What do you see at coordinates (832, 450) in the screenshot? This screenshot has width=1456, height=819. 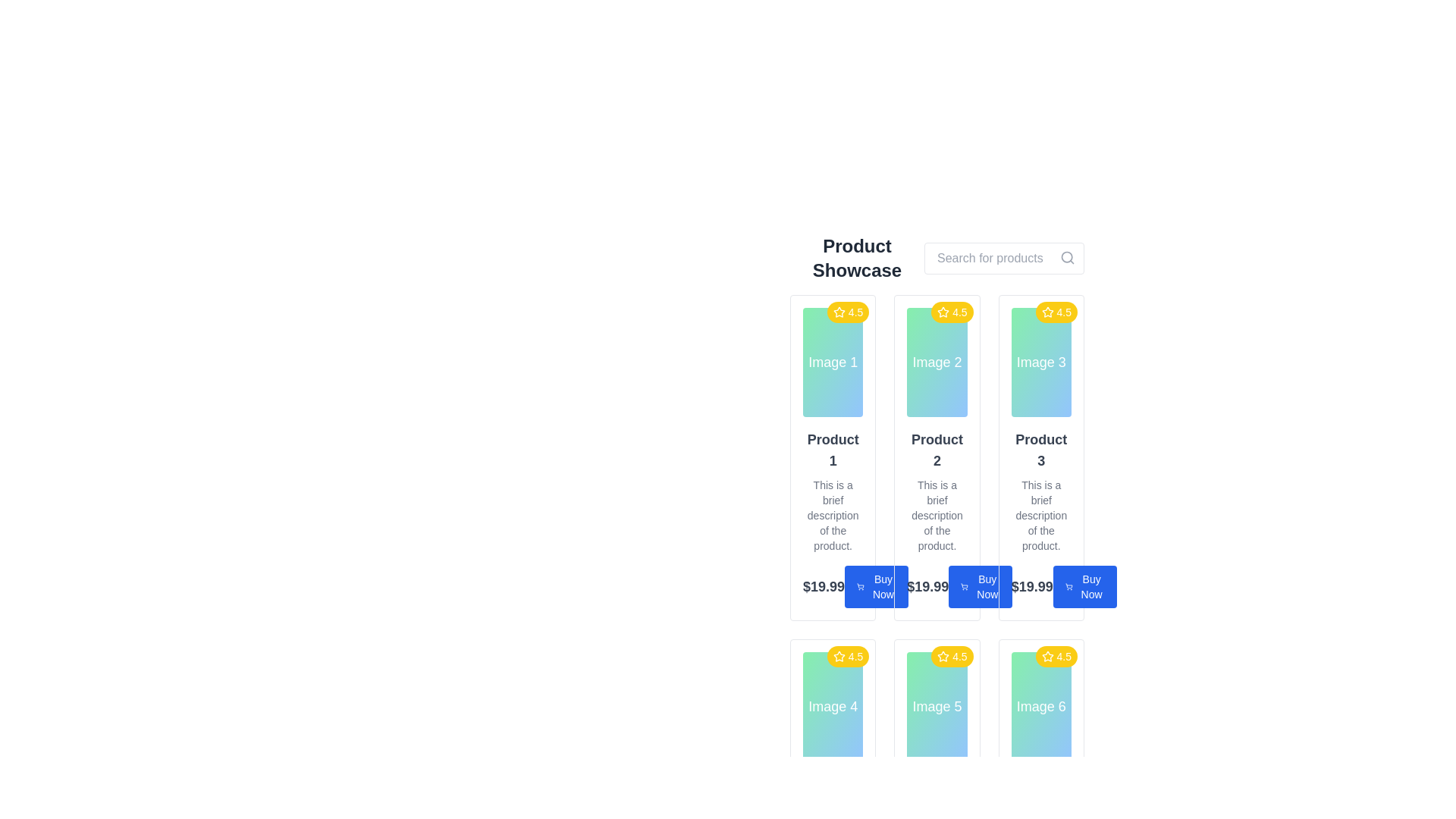 I see `the text label displaying 'Product 1', which is styled with a larger font size, bold text, and gray color, located at the center of the top row of a grid of product listings` at bounding box center [832, 450].